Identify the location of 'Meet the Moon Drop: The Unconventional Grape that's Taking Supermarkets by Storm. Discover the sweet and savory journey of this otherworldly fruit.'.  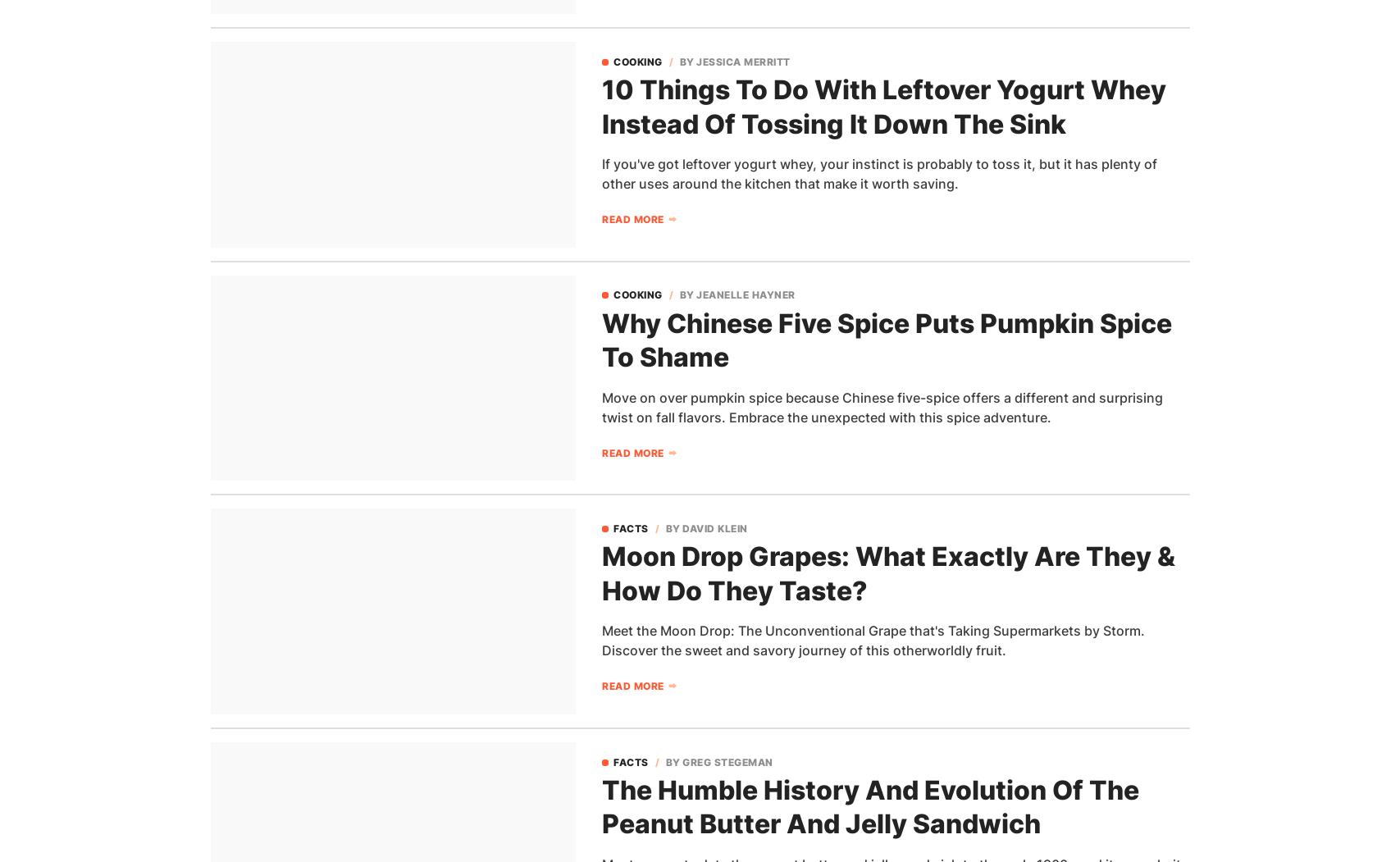
(872, 639).